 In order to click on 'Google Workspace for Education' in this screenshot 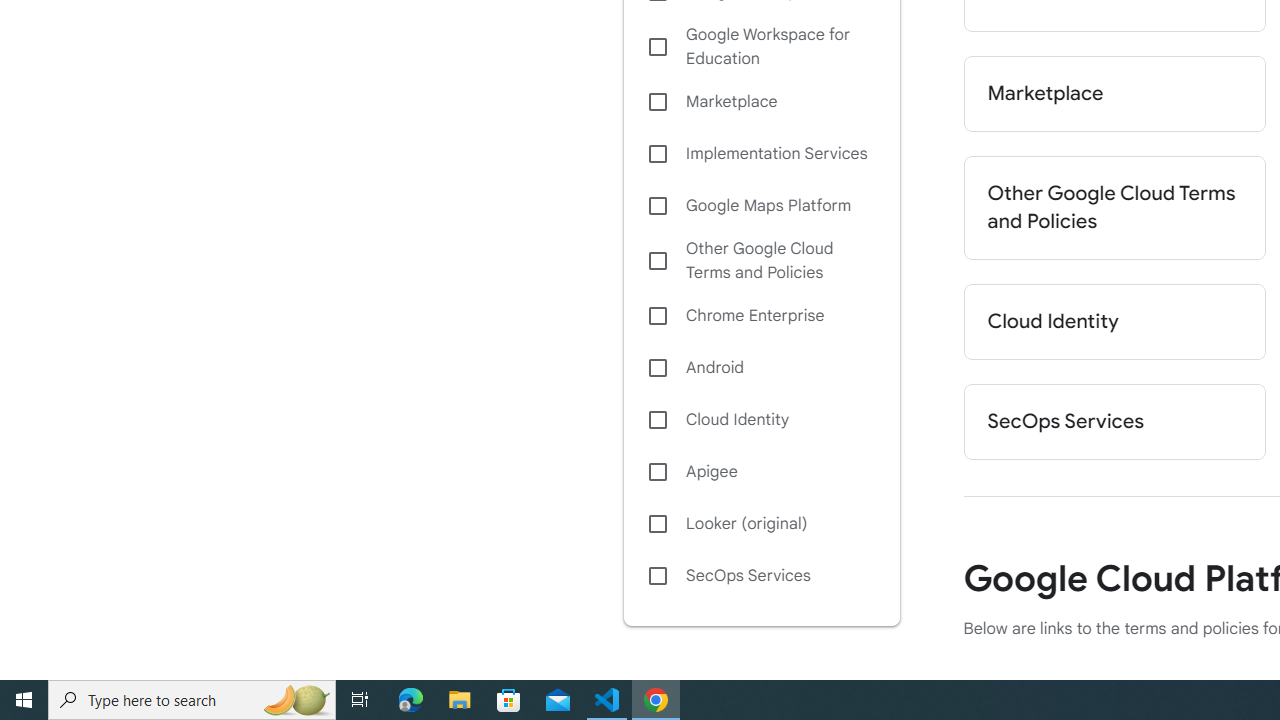, I will do `click(760, 46)`.